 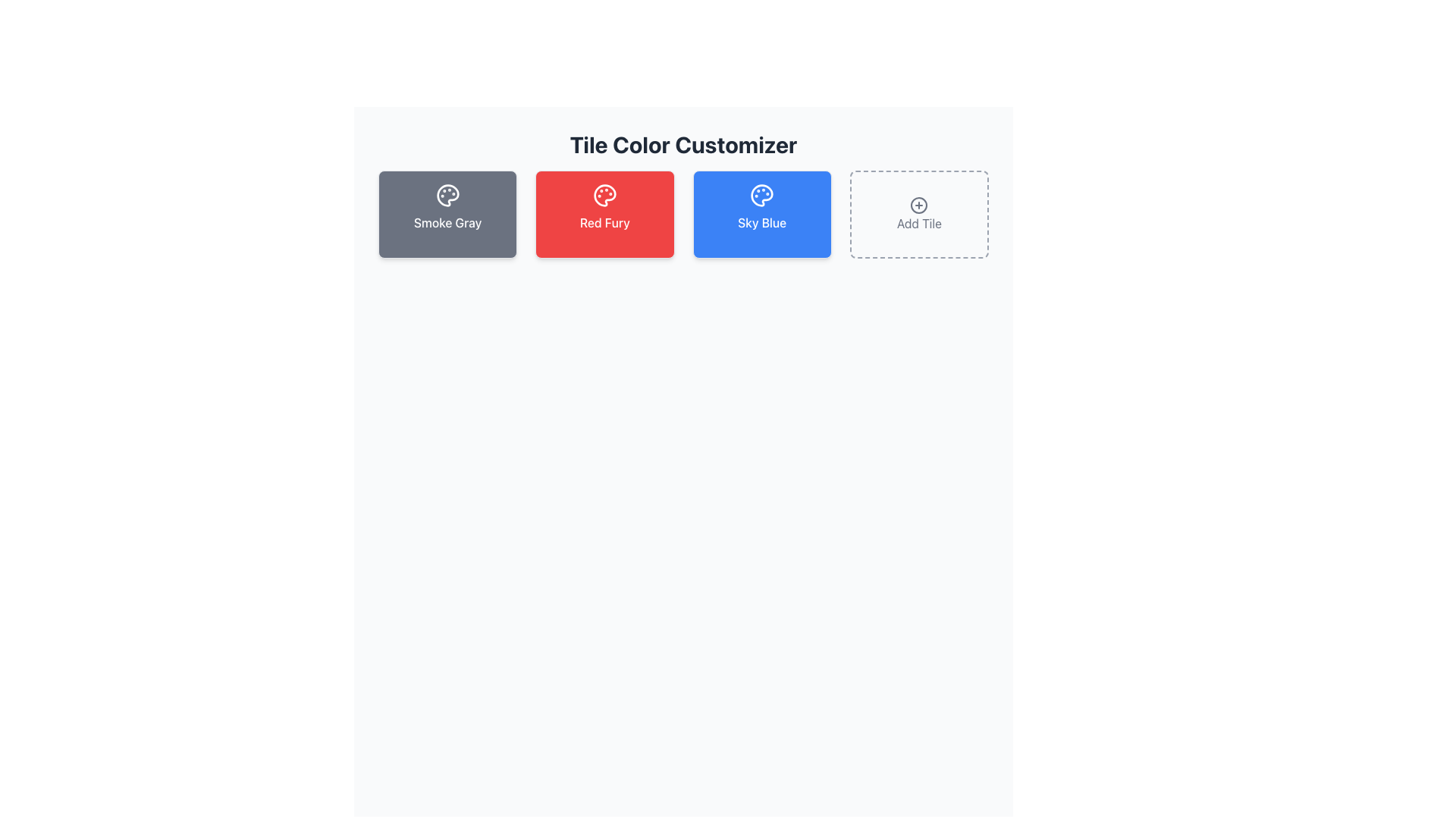 I want to click on the 'Add Tile' button, so click(x=918, y=214).